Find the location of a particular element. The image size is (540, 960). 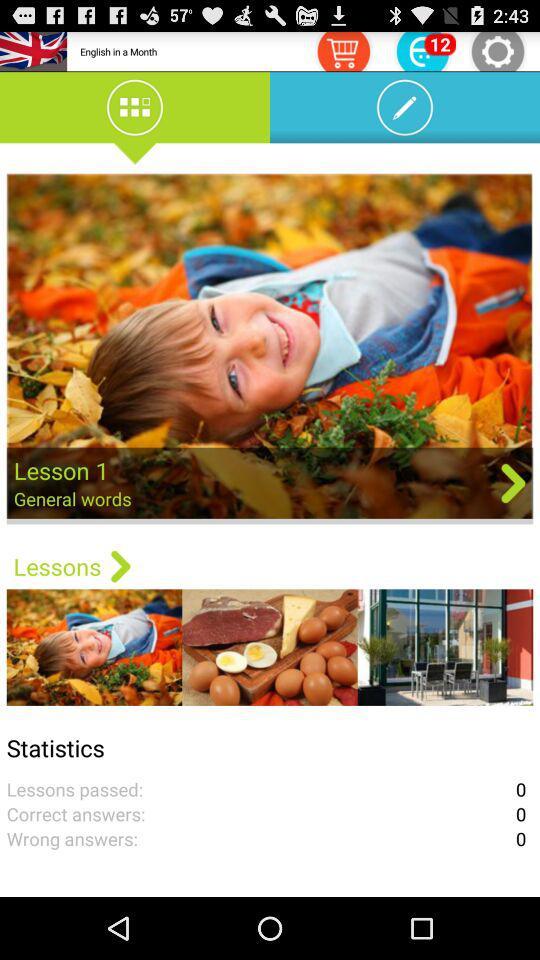

edit button on page is located at coordinates (405, 110).